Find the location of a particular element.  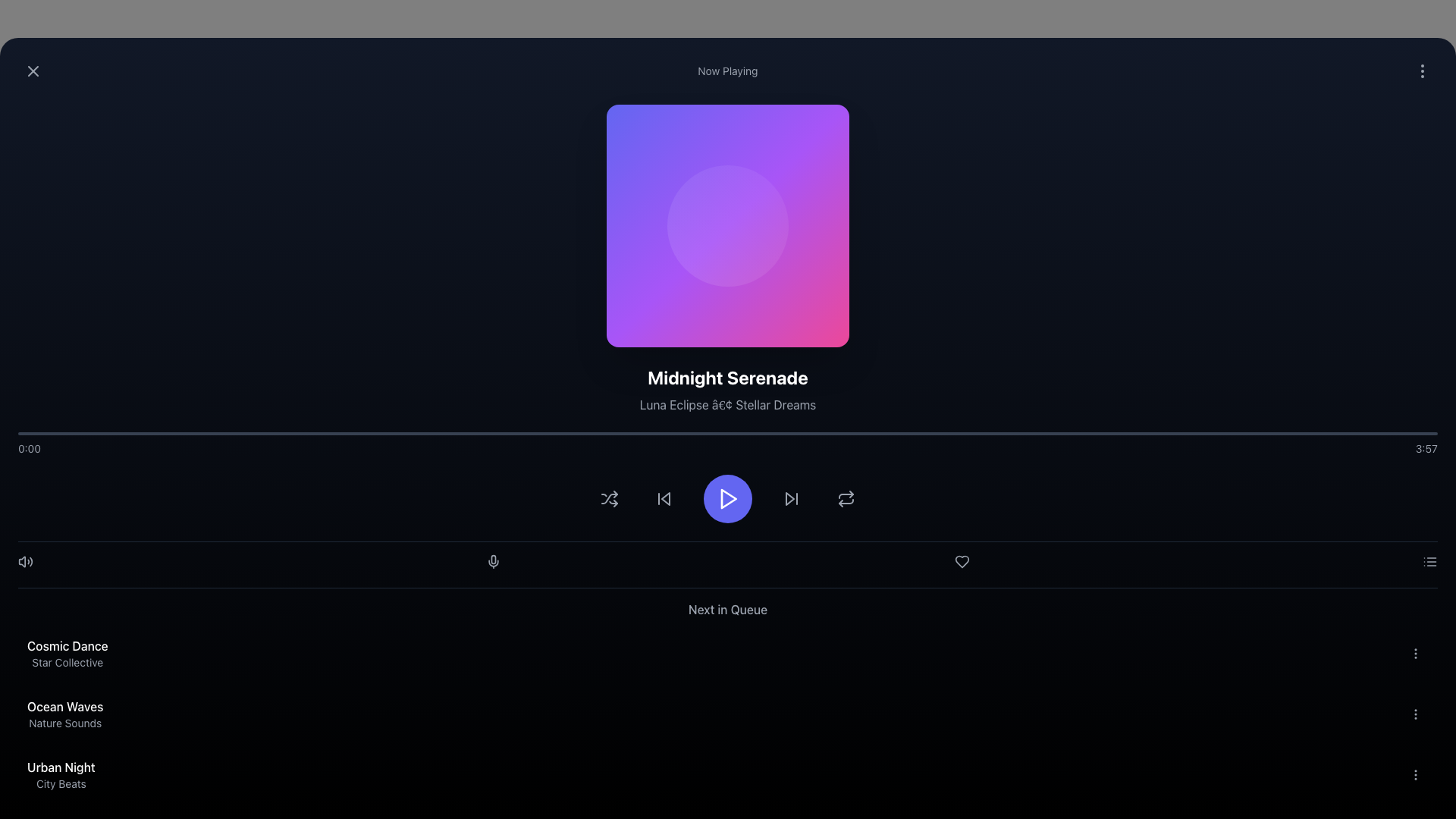

text displayed in the first entry of the 'Next in Queue' section which shows 'Cosmic Dance' and 'Star Collective' is located at coordinates (67, 652).